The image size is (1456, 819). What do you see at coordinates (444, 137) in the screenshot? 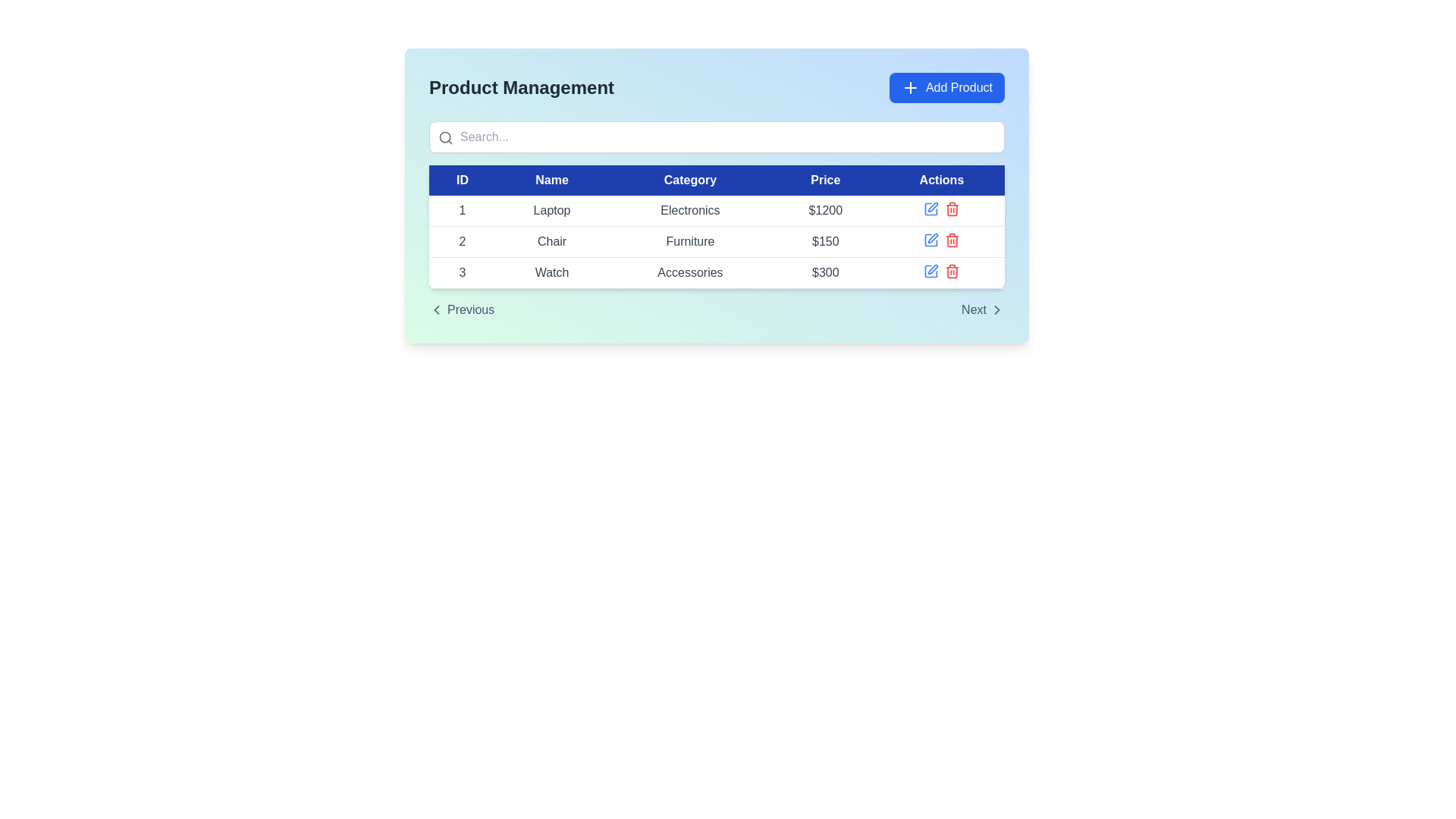
I see `the circular component within the magnifying glass icon located in the top-left corner of the search bar above the table` at bounding box center [444, 137].